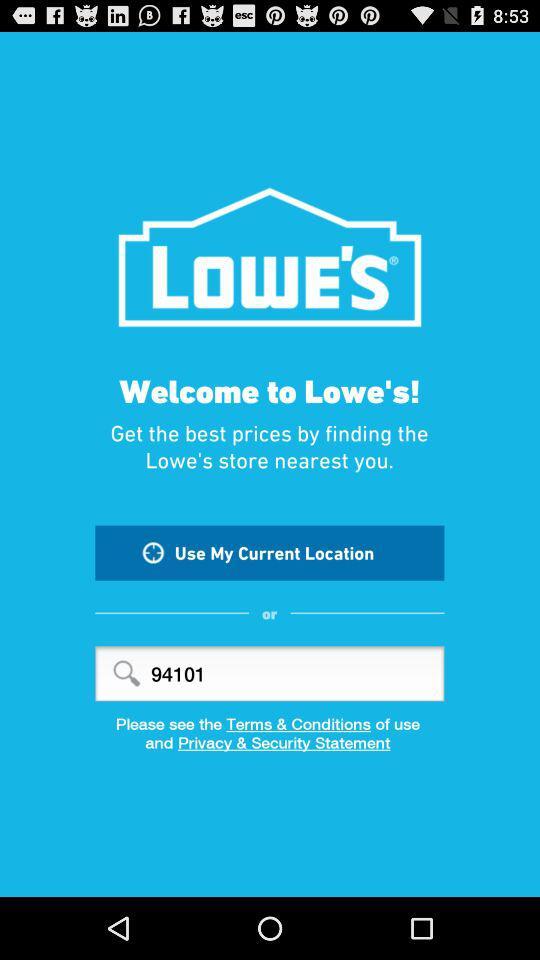 Image resolution: width=540 pixels, height=960 pixels. Describe the element at coordinates (269, 673) in the screenshot. I see `94101 item` at that location.